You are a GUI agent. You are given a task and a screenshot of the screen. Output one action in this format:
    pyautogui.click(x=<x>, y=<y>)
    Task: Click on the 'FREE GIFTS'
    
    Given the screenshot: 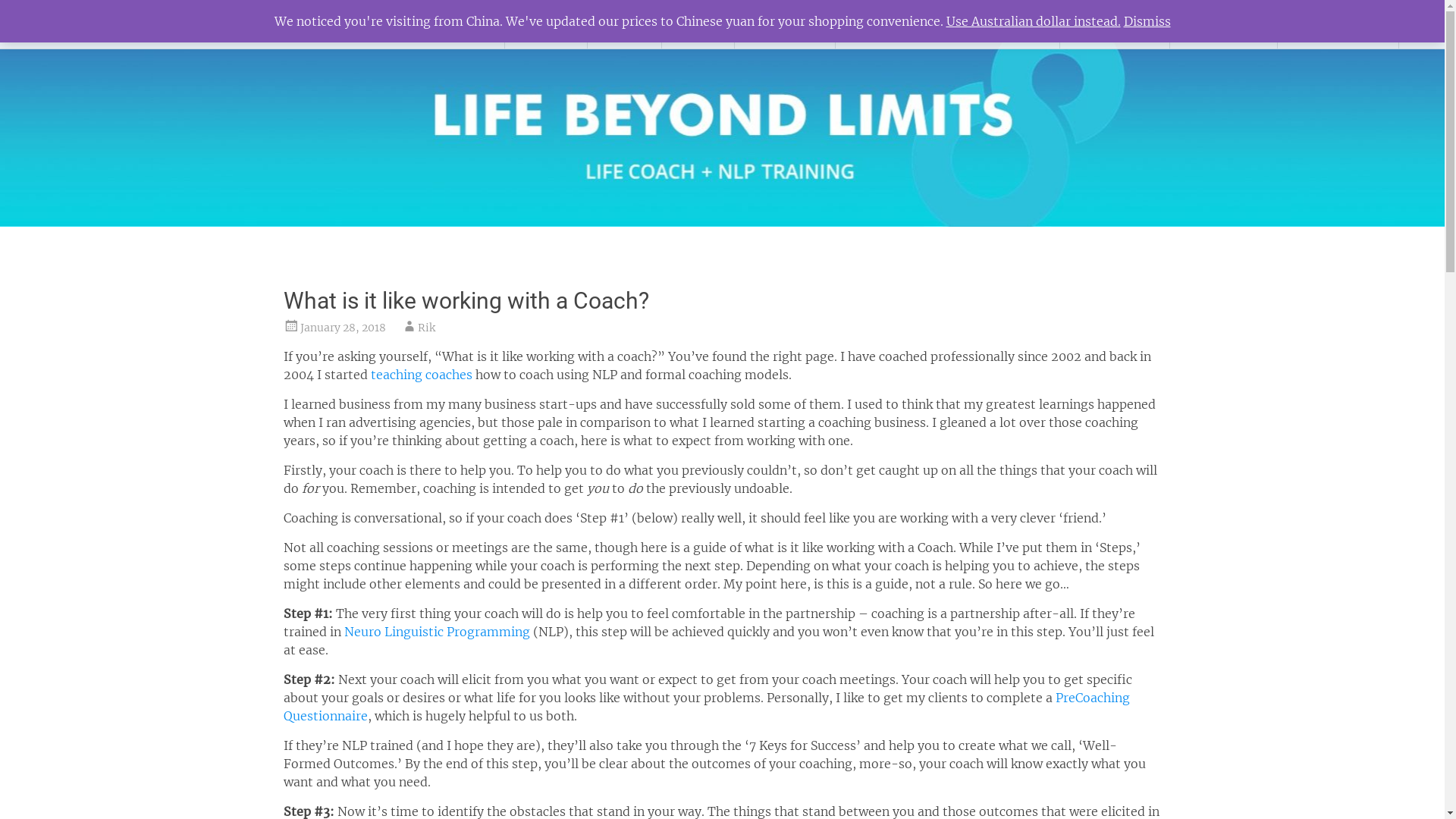 What is the action you would take?
    pyautogui.click(x=1114, y=24)
    